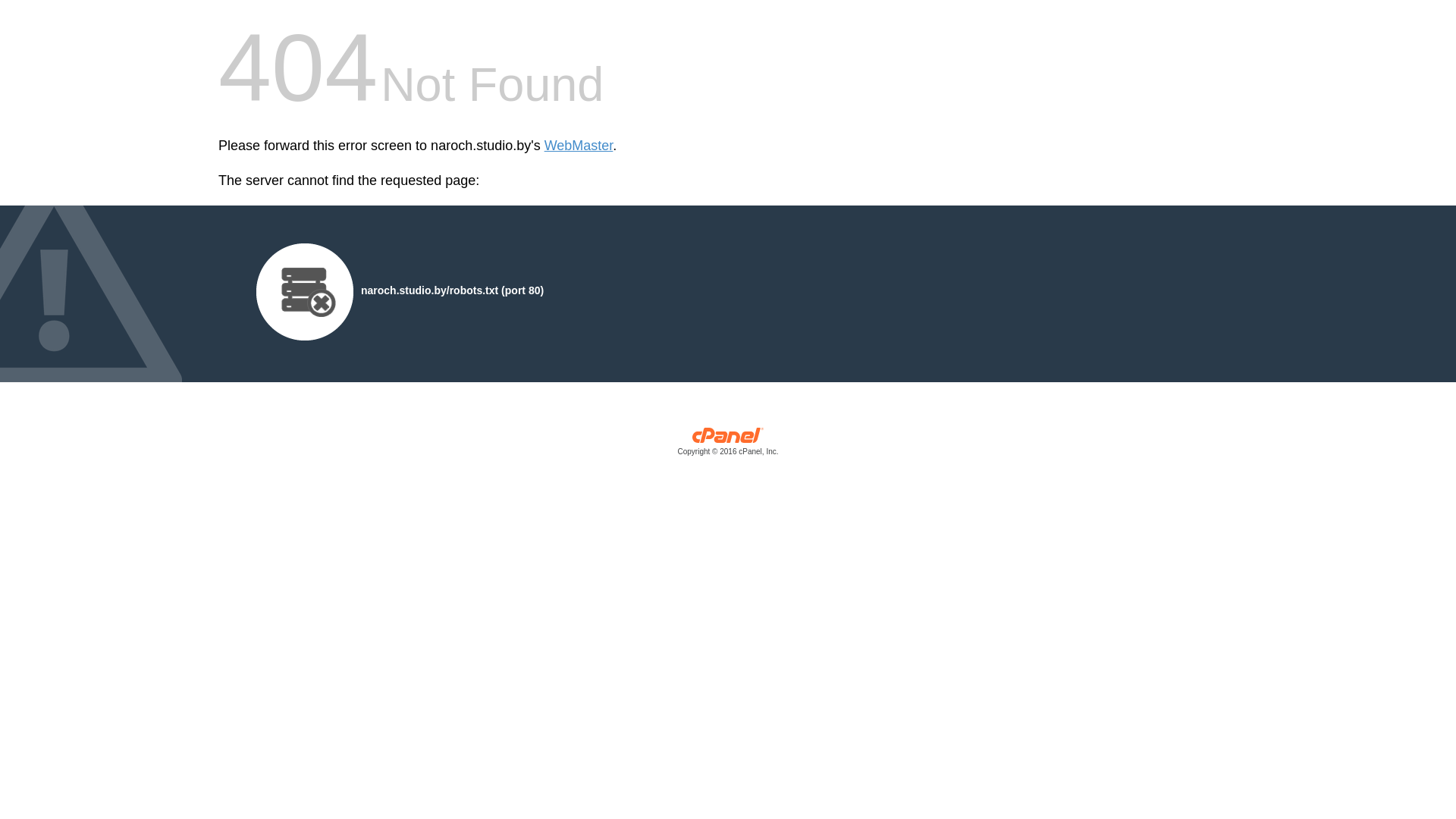 The image size is (1456, 819). Describe the element at coordinates (578, 146) in the screenshot. I see `'WebMaster'` at that location.